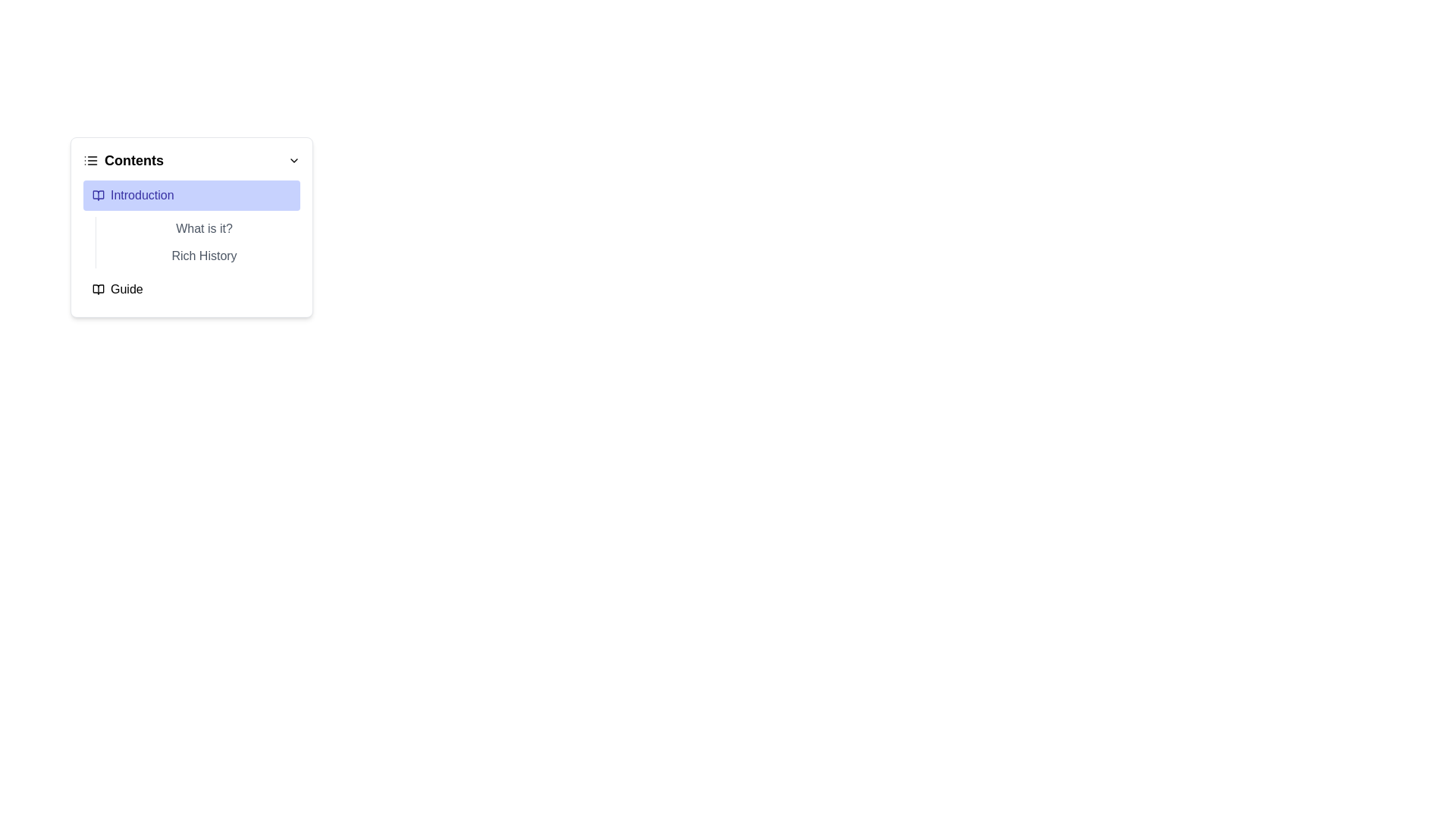 This screenshot has height=819, width=1456. I want to click on the navigational button styled as a hyperlink located at the top of the list, which redirects to the 'Introduction' section, so click(191, 195).